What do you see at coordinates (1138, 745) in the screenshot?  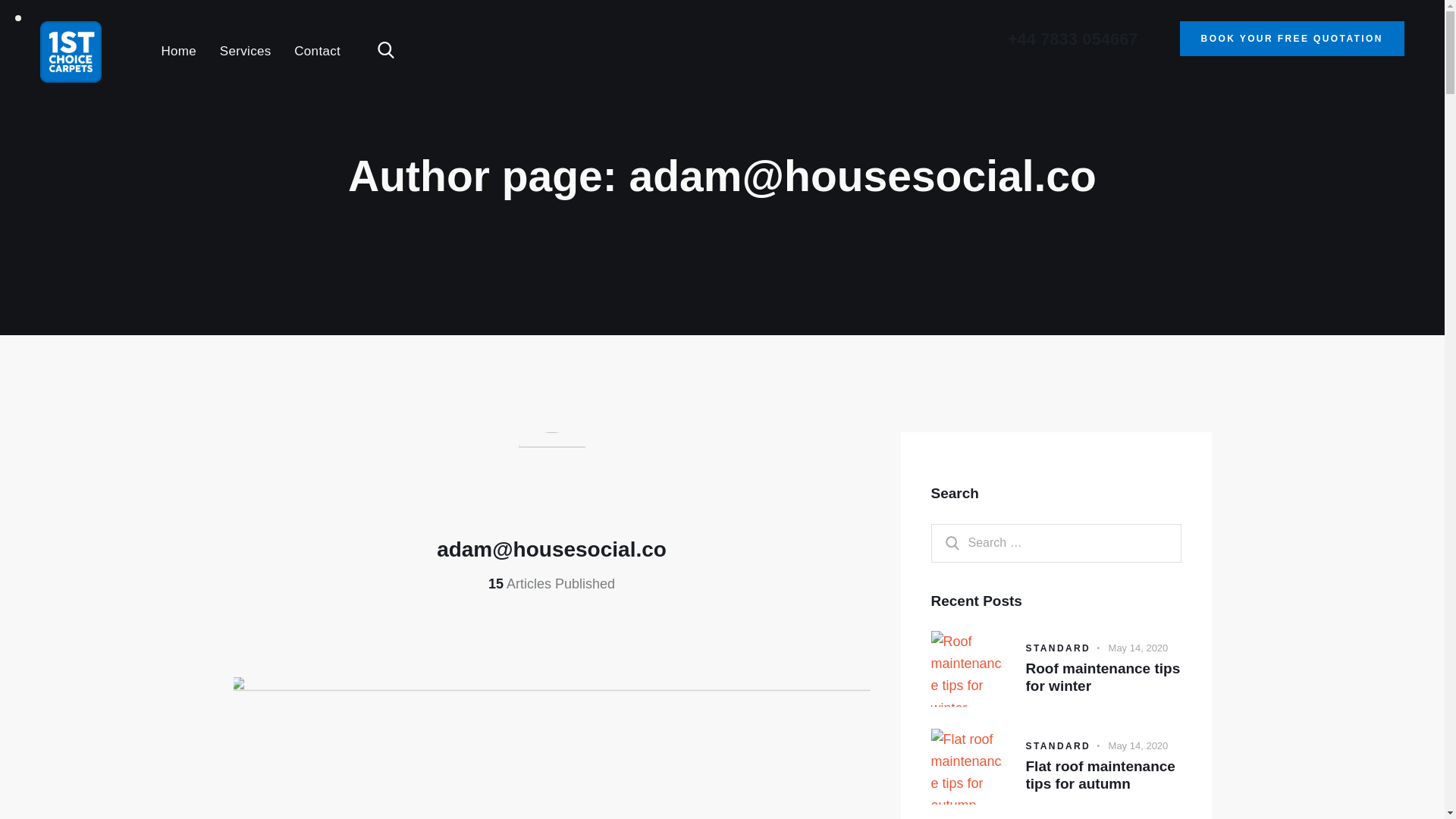 I see `'May 14, 2020'` at bounding box center [1138, 745].